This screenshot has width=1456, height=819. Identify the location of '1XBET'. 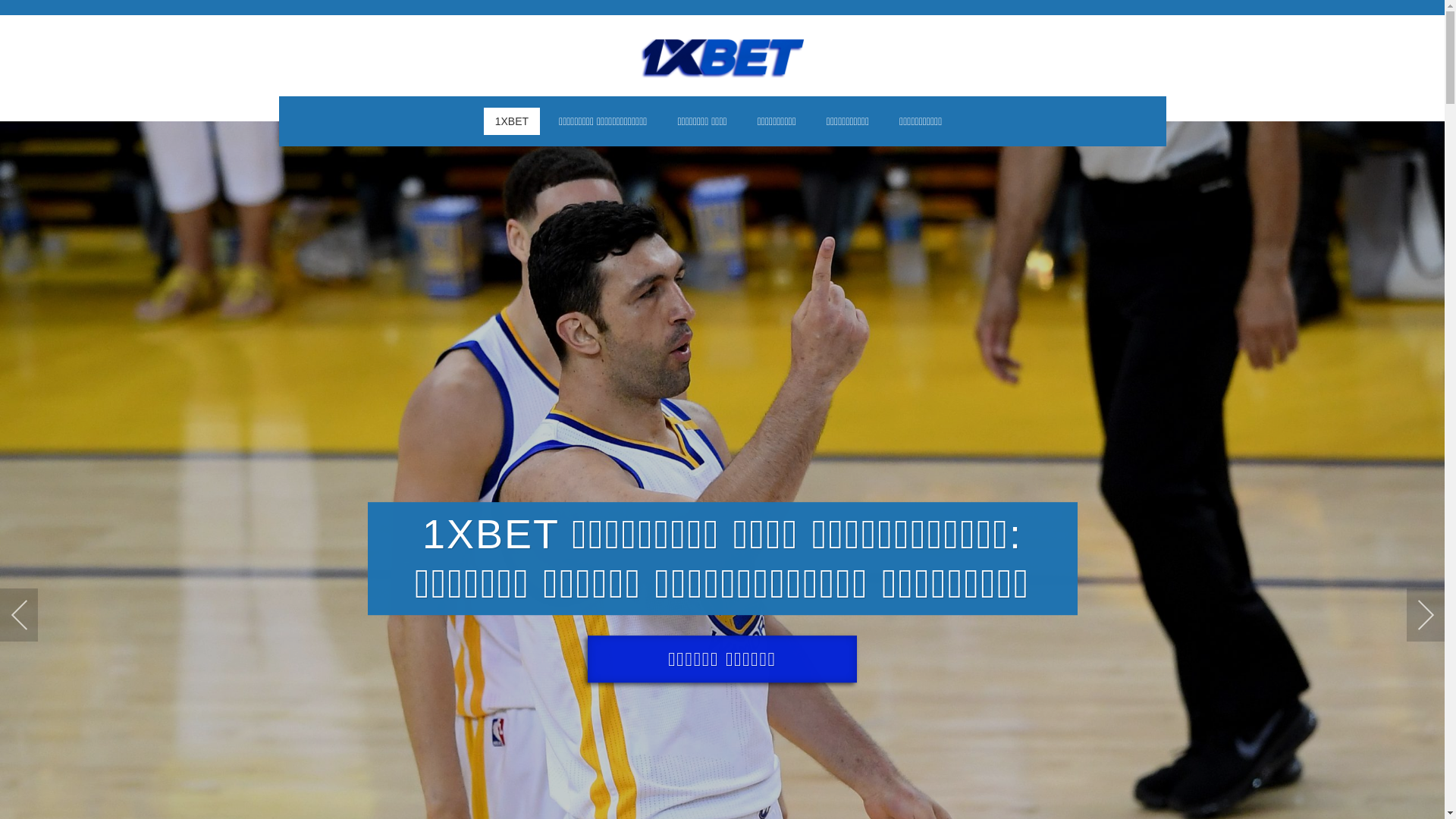
(512, 120).